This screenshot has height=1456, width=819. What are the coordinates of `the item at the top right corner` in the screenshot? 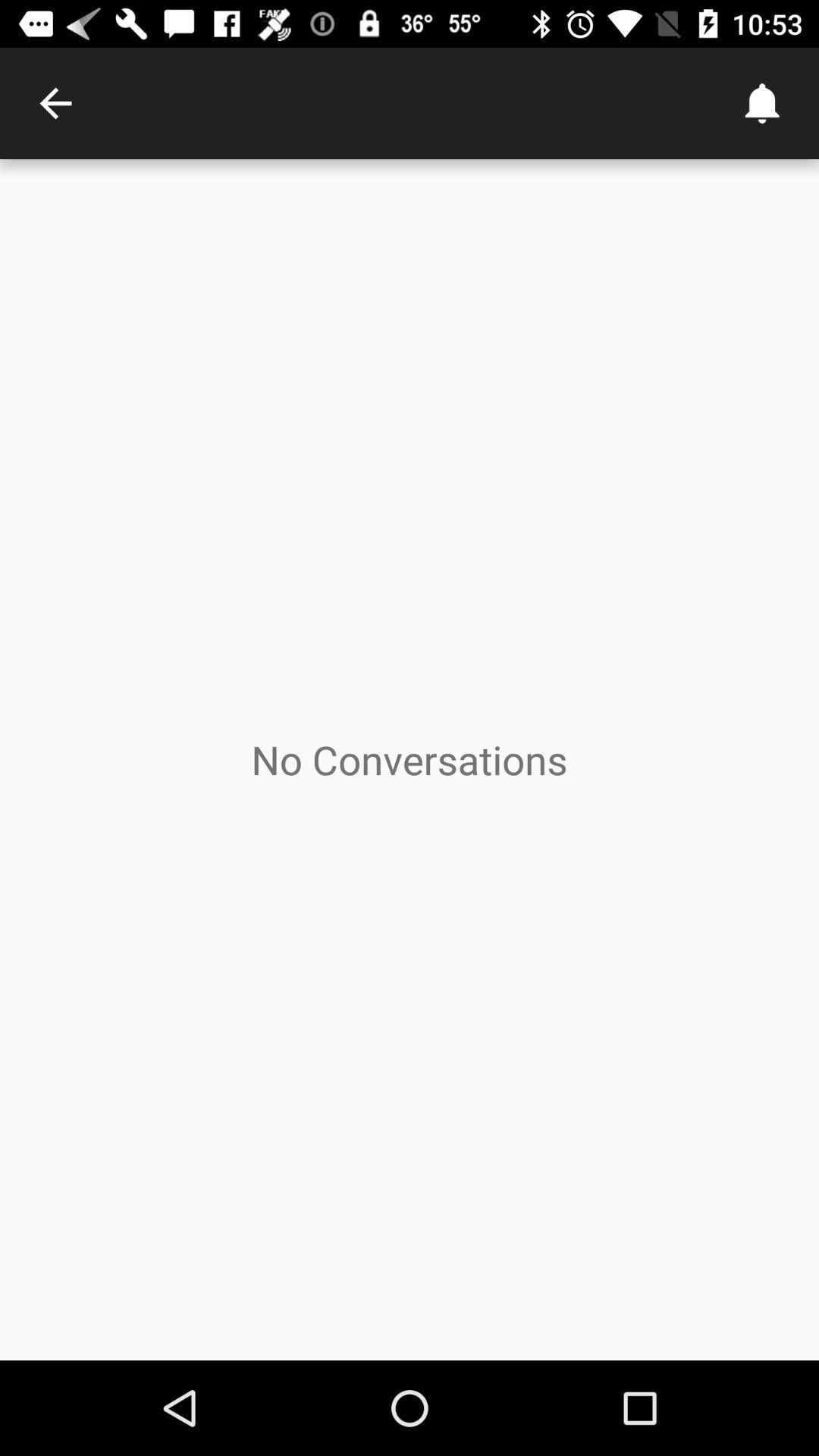 It's located at (763, 102).